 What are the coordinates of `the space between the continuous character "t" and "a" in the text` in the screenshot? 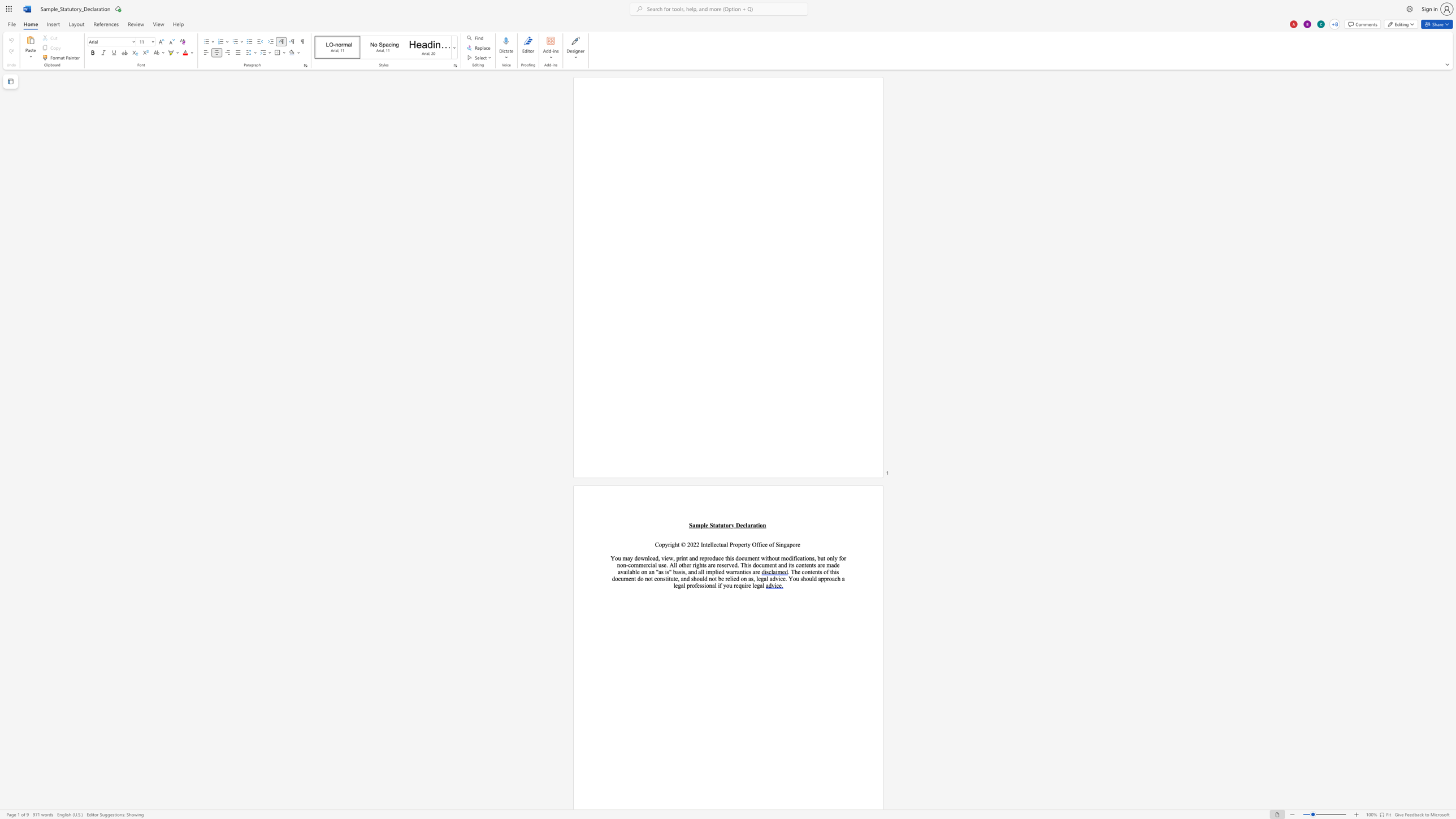 It's located at (714, 525).